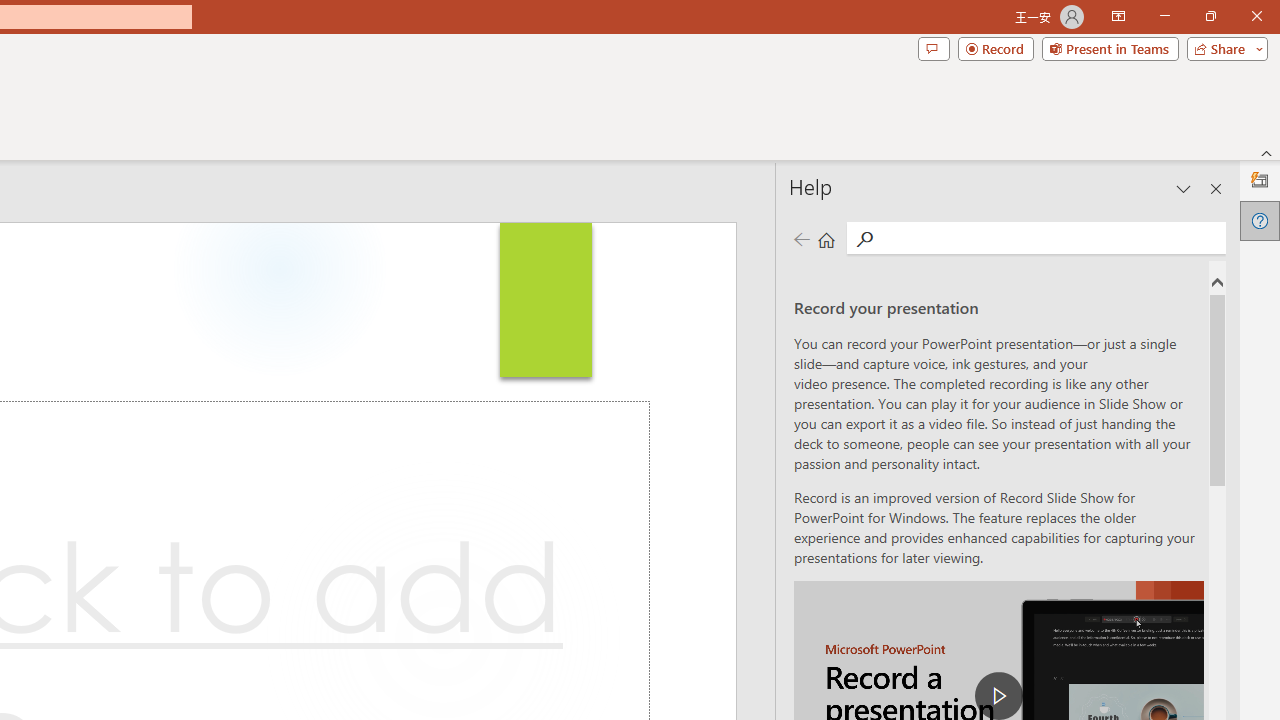 This screenshot has width=1280, height=720. What do you see at coordinates (1266, 152) in the screenshot?
I see `'Collapse the Ribbon'` at bounding box center [1266, 152].